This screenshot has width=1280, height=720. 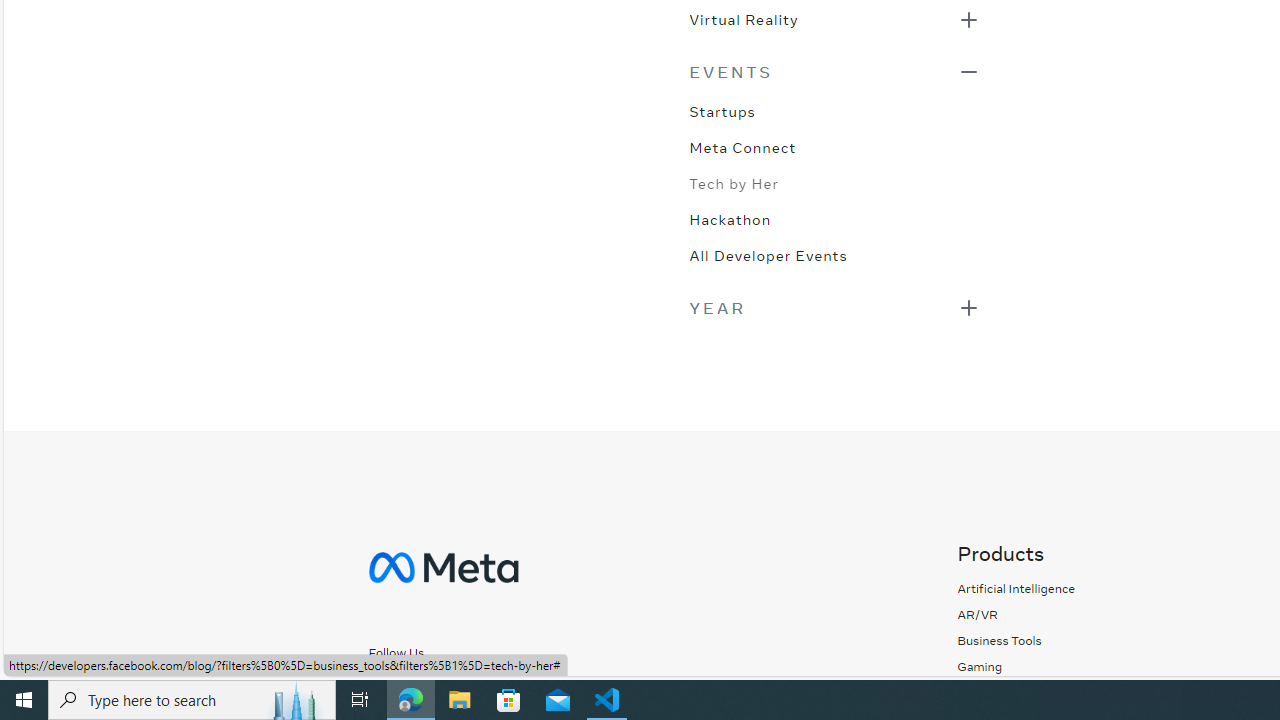 I want to click on 'Artificial Intelligence', so click(x=1016, y=587).